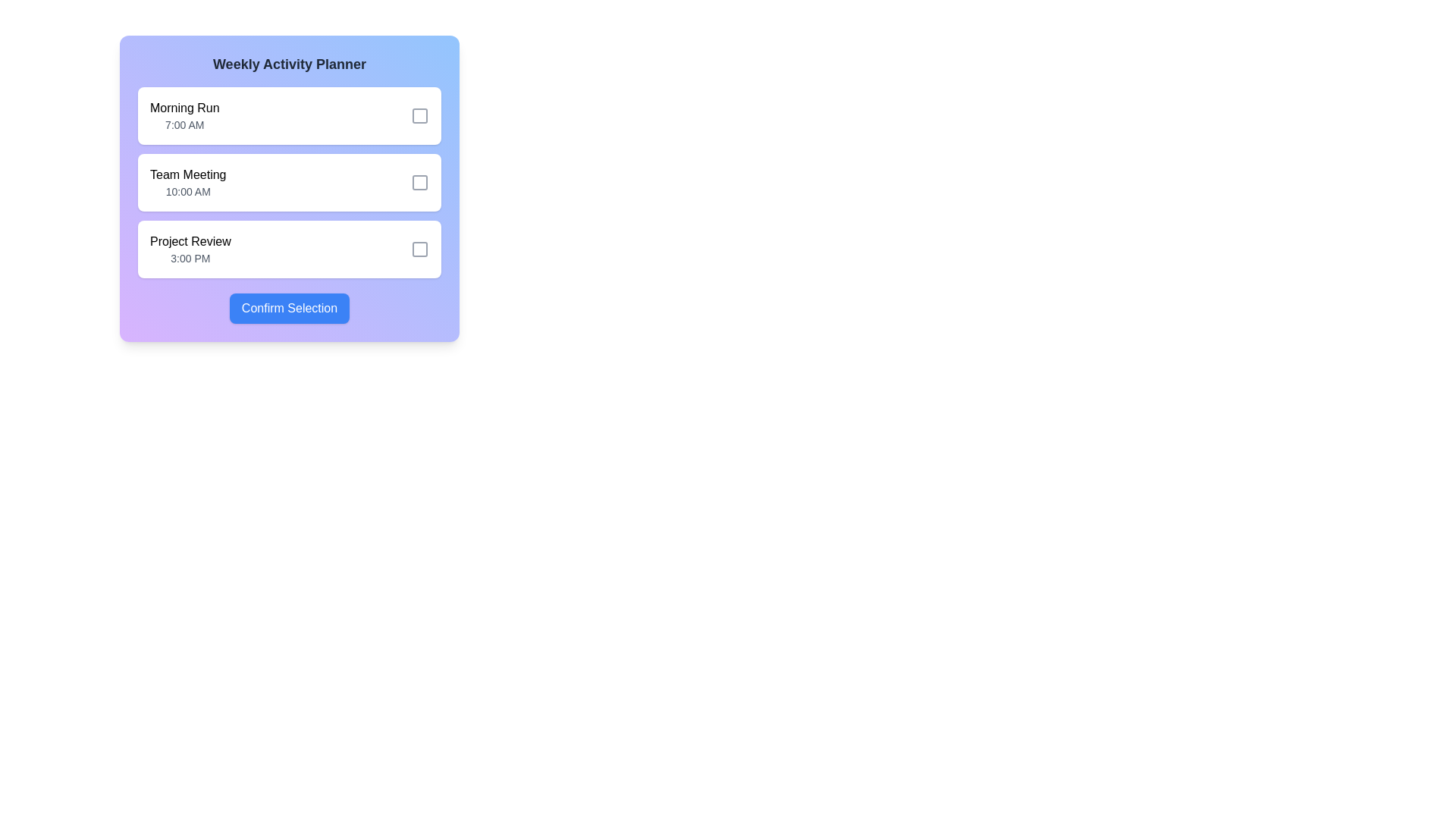 This screenshot has height=819, width=1456. Describe the element at coordinates (419, 181) in the screenshot. I see `the checkbox icon located adjacent to the text 'Team Meeting' and '10:00 AM'` at that location.